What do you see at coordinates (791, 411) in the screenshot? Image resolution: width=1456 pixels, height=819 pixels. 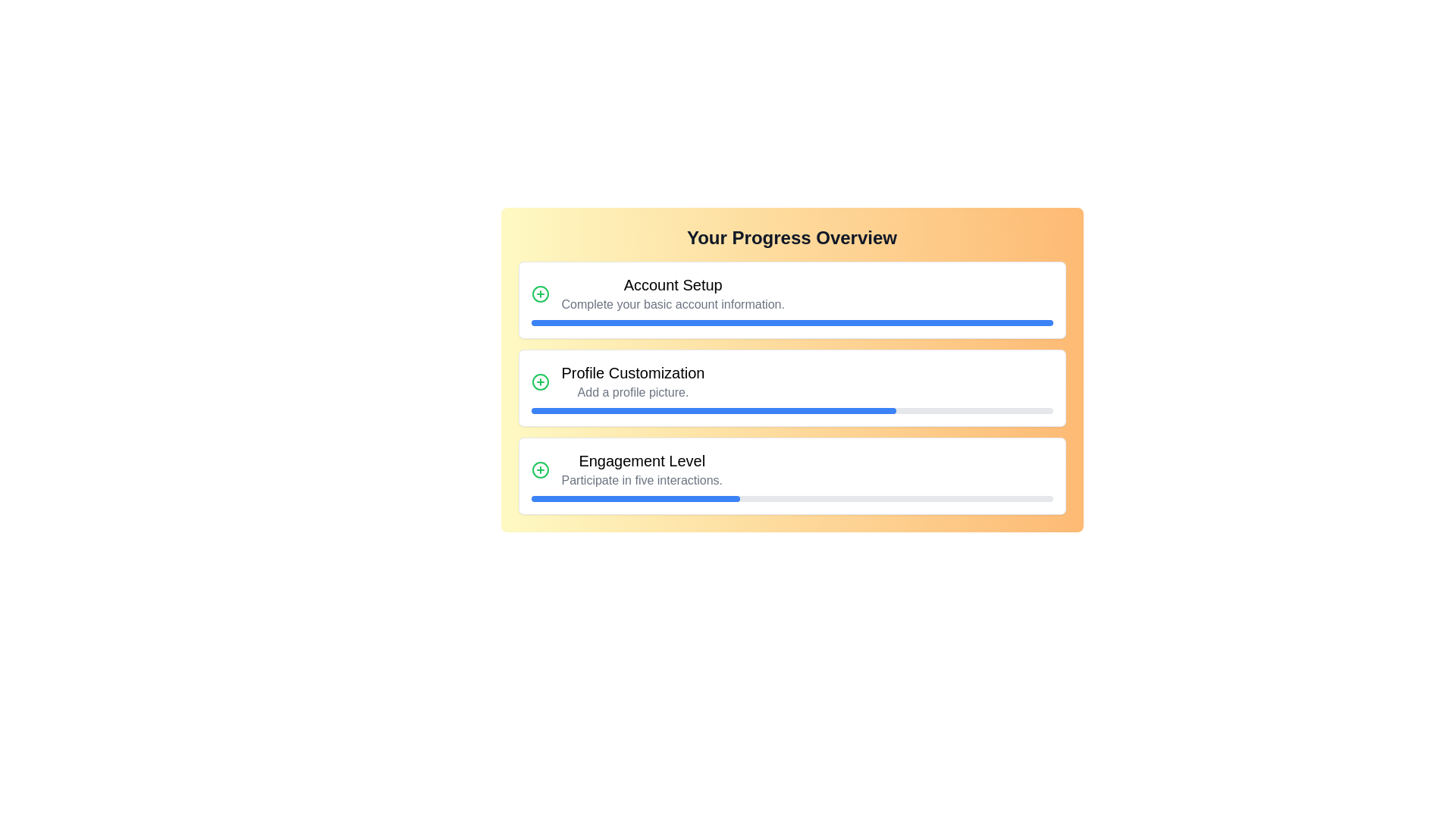 I see `the horizontal progress bar located at the bottom of the 'Profile Customization' card, beneath the text 'Add a profile picture,' which indicates 70% completion` at bounding box center [791, 411].